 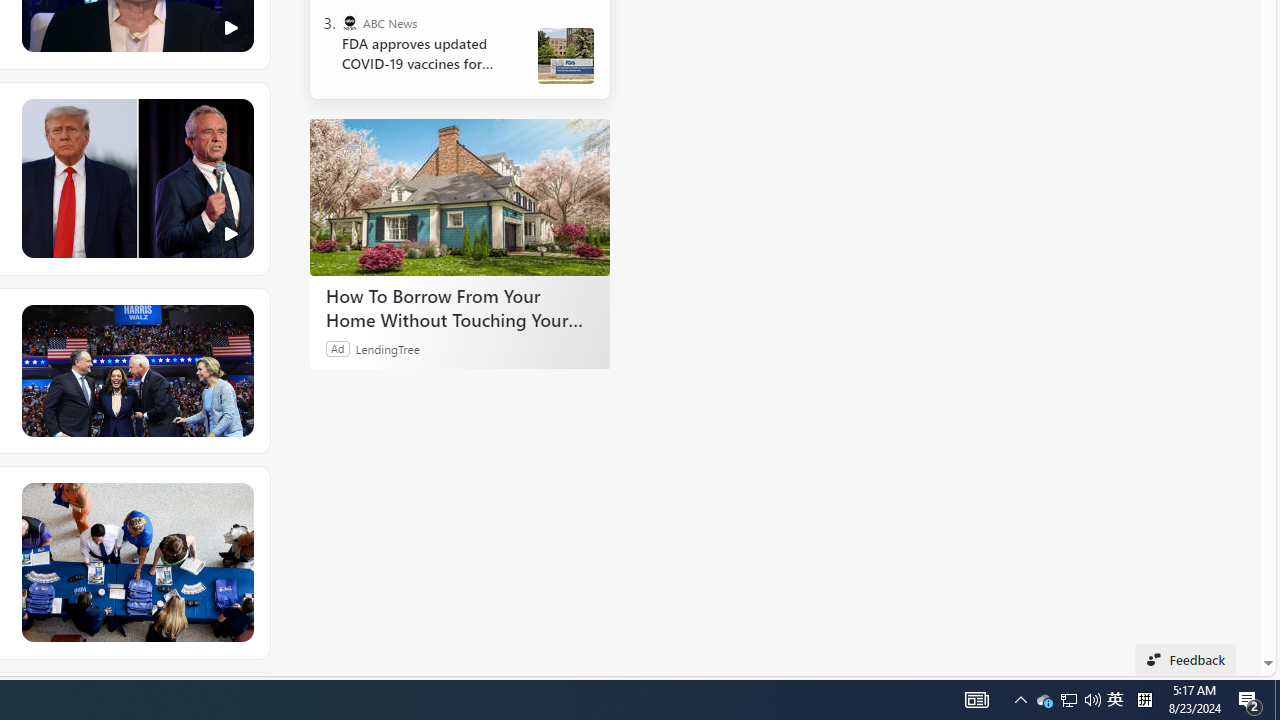 What do you see at coordinates (135, 178) in the screenshot?
I see `'Class: hero-image'` at bounding box center [135, 178].